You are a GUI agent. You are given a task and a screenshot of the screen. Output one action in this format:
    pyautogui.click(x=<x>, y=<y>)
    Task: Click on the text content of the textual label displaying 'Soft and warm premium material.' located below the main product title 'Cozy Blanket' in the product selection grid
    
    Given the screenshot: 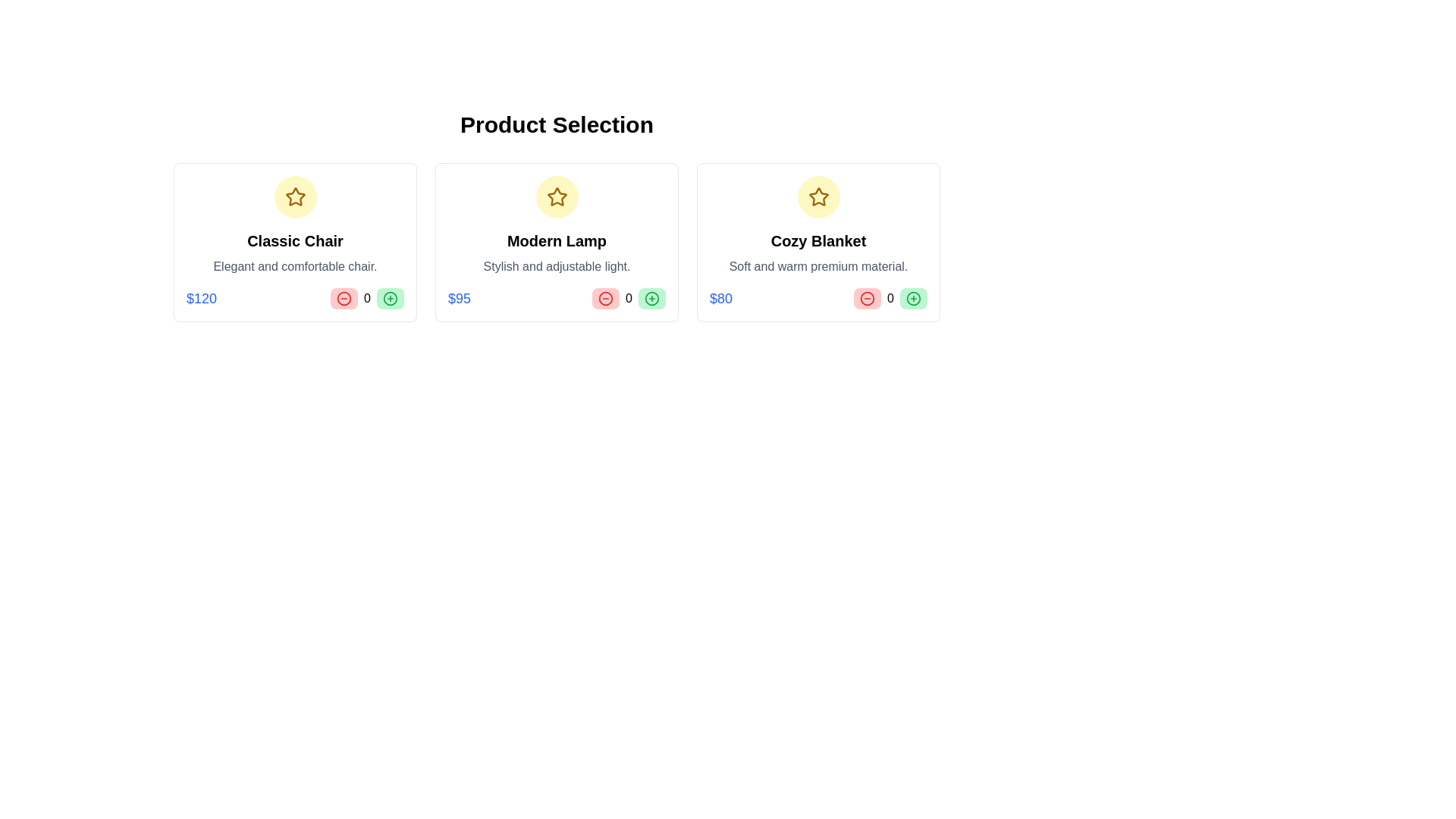 What is the action you would take?
    pyautogui.click(x=817, y=265)
    